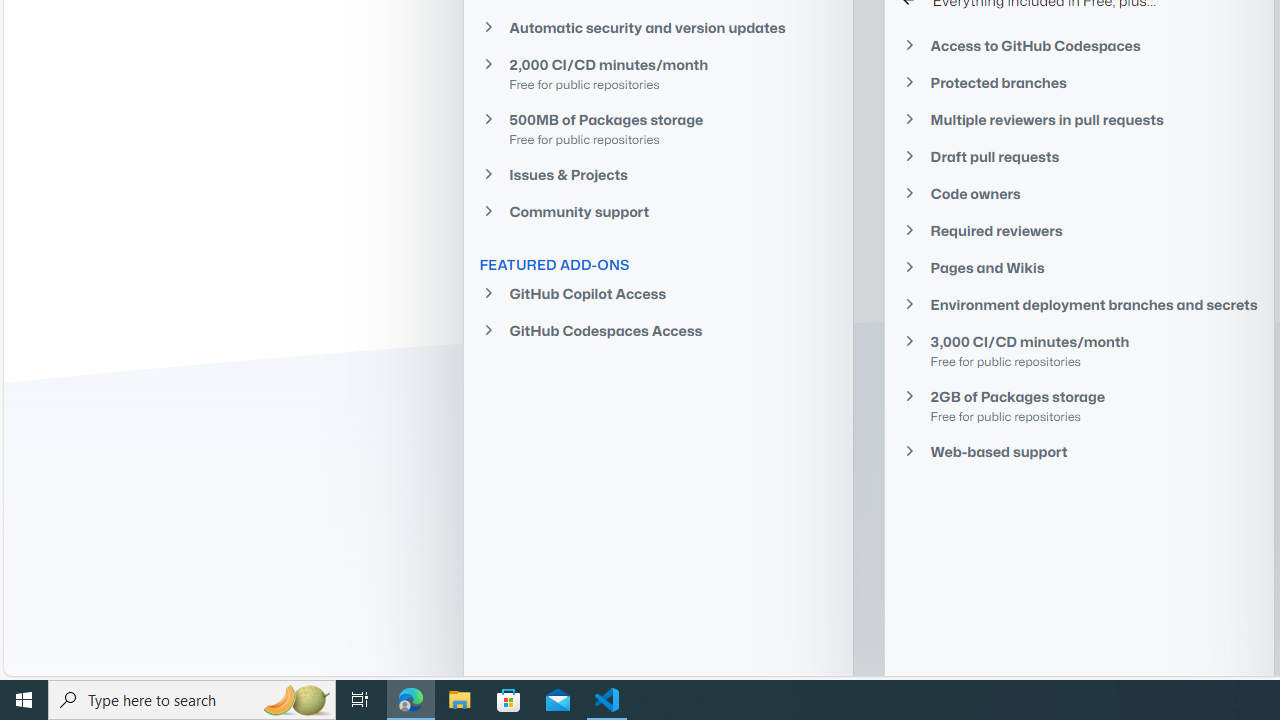 This screenshot has height=720, width=1280. Describe the element at coordinates (1078, 350) in the screenshot. I see `'3,000 CI/CD minutes/month Free for public repositories'` at that location.